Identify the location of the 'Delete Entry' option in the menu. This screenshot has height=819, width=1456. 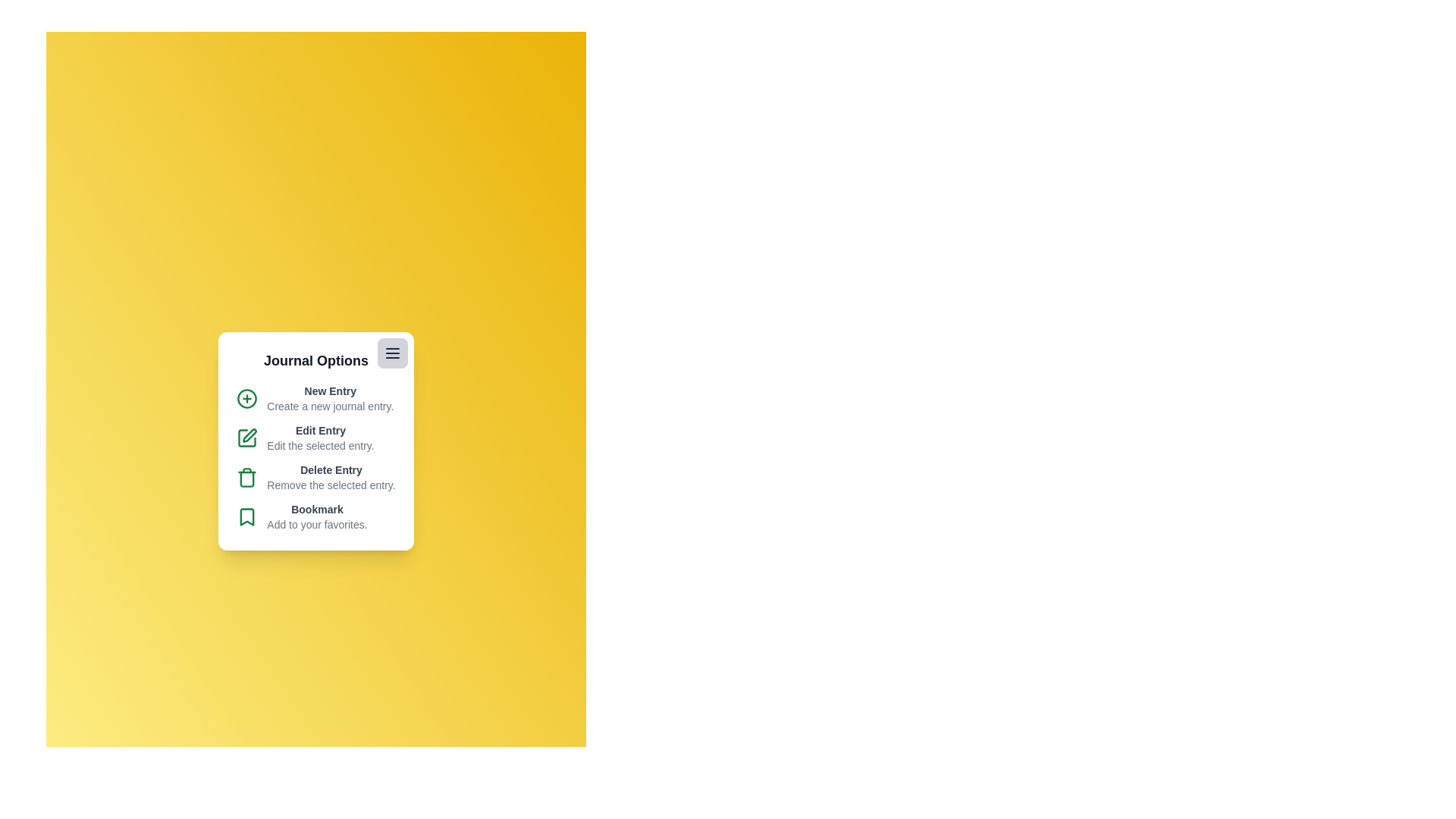
(315, 476).